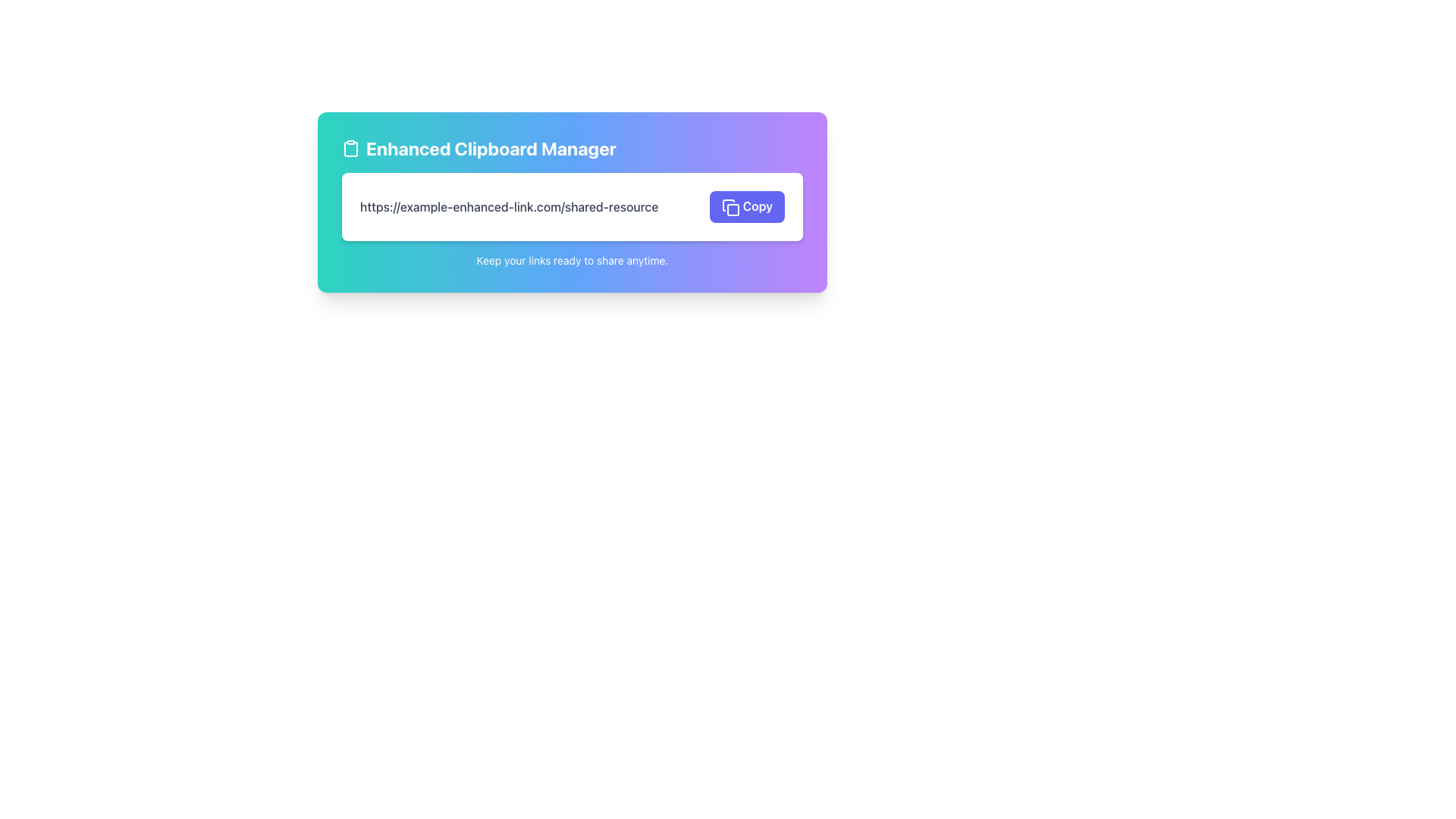 The image size is (1456, 819). I want to click on the clipboard icon located in the header section next to the text 'Enhanced Clipboard Manager', so click(350, 149).